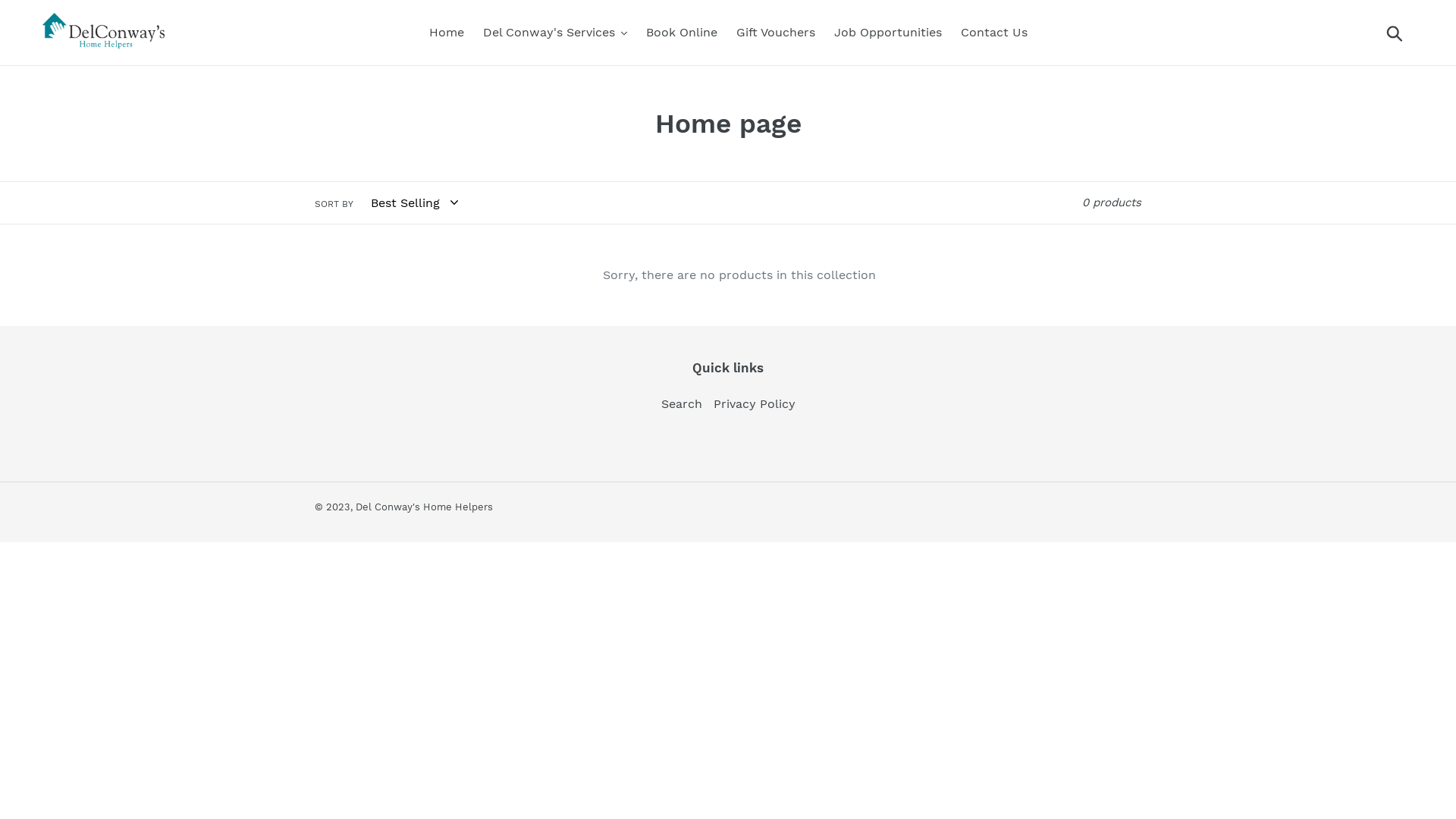 This screenshot has height=819, width=1456. What do you see at coordinates (753, 403) in the screenshot?
I see `'Privacy Policy'` at bounding box center [753, 403].